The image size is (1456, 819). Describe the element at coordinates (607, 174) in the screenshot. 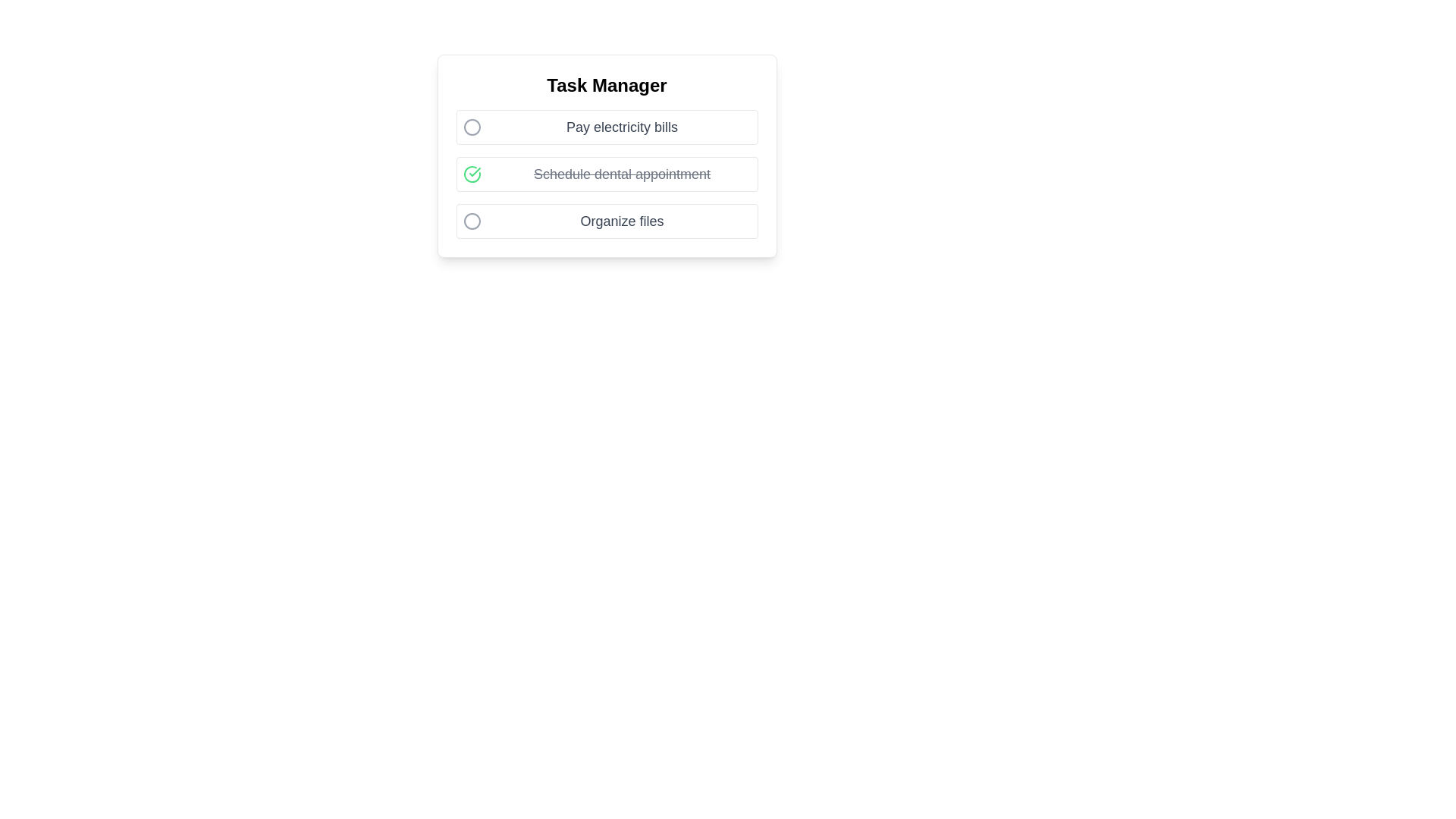

I see `the completed task item for 'Schedule dental appointment' in the Task Manager section` at that location.